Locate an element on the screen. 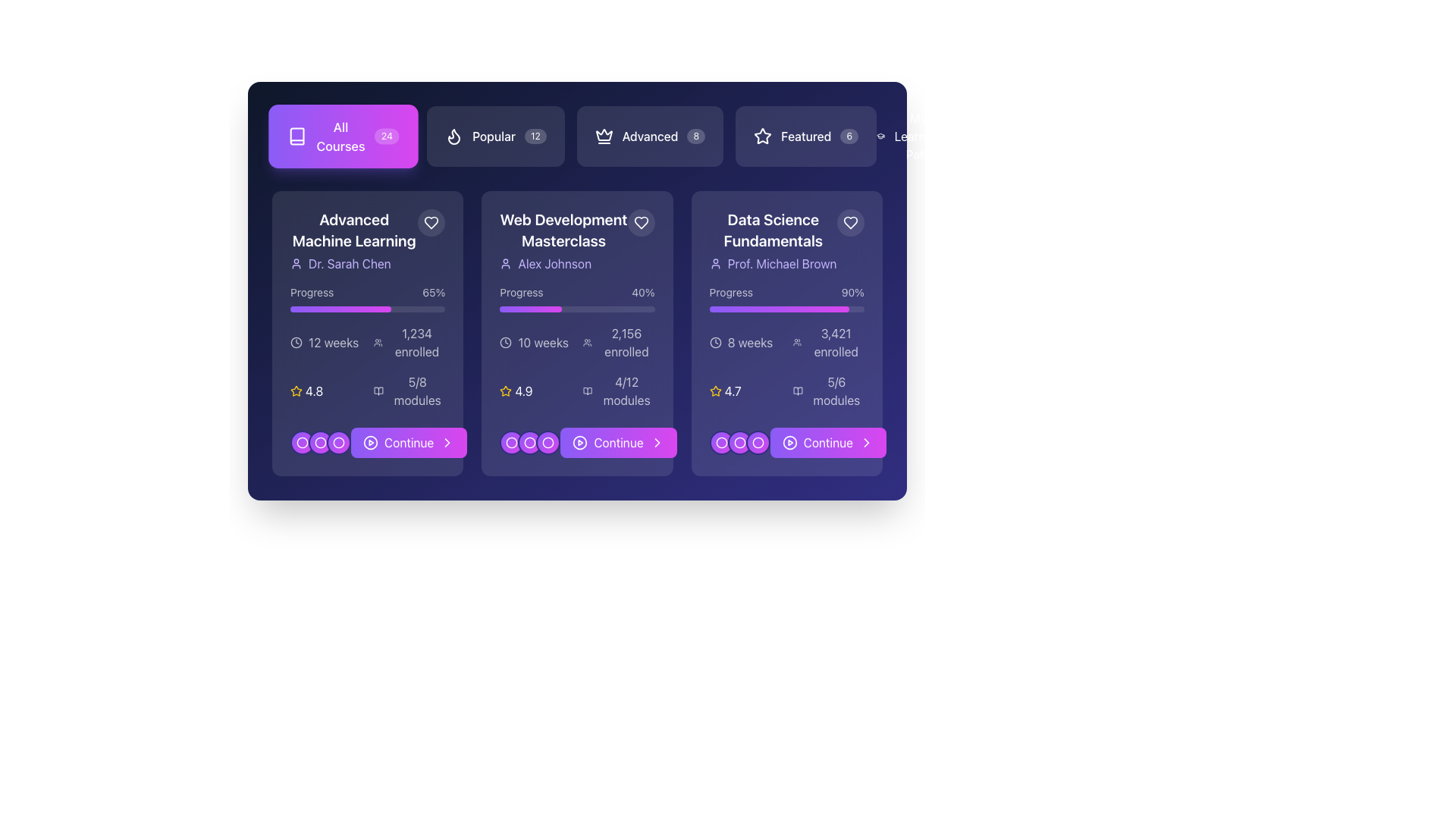 Image resolution: width=1456 pixels, height=819 pixels. the text label displaying '12 weeks' which is positioned to the right of a clock icon in the bottom-left section of the 'Advanced Machine Learning' card is located at coordinates (333, 342).